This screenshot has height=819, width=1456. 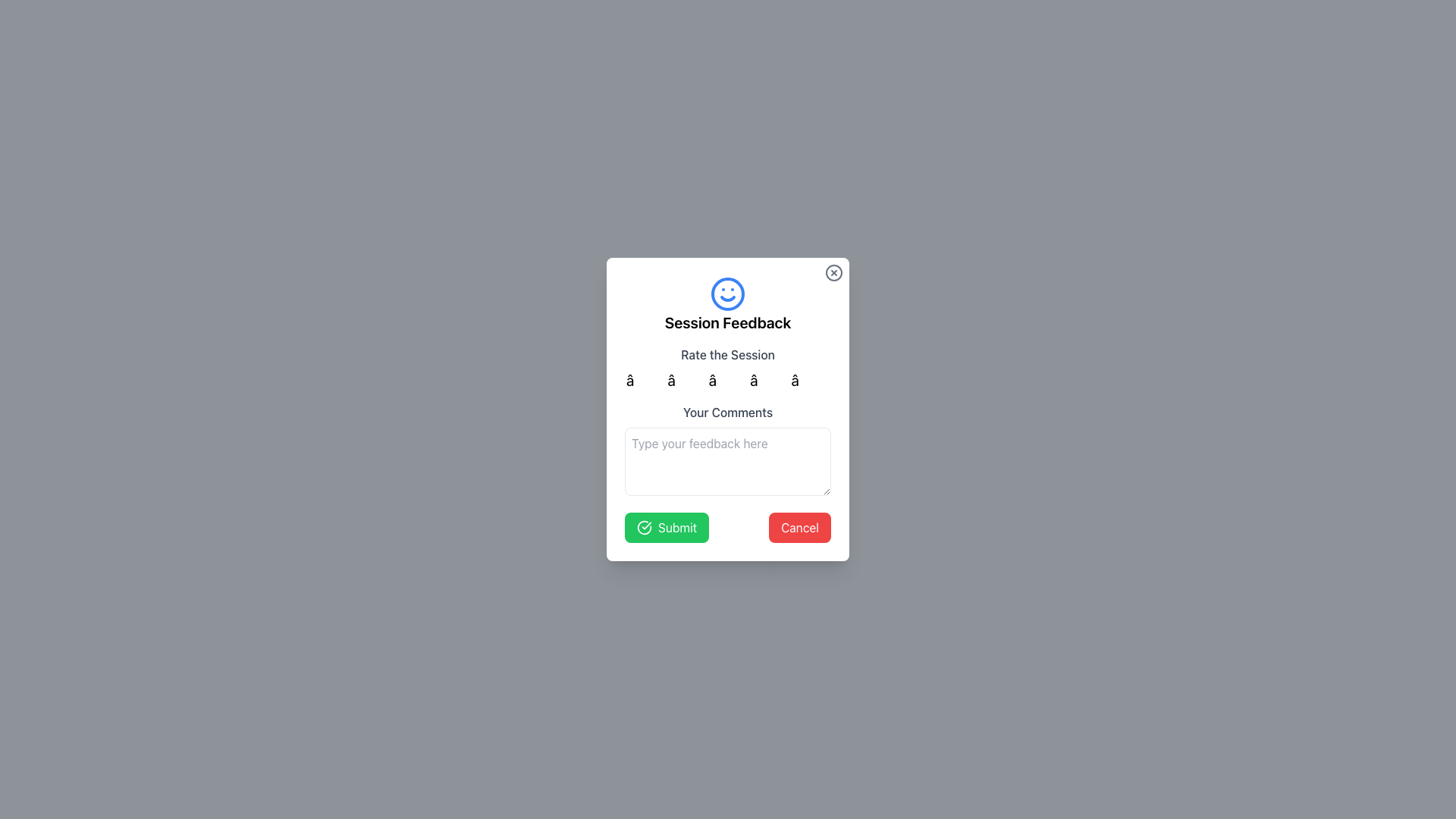 What do you see at coordinates (833, 271) in the screenshot?
I see `the circular close button with a grey outline and inner cross icon located in the top-right corner of the modal` at bounding box center [833, 271].